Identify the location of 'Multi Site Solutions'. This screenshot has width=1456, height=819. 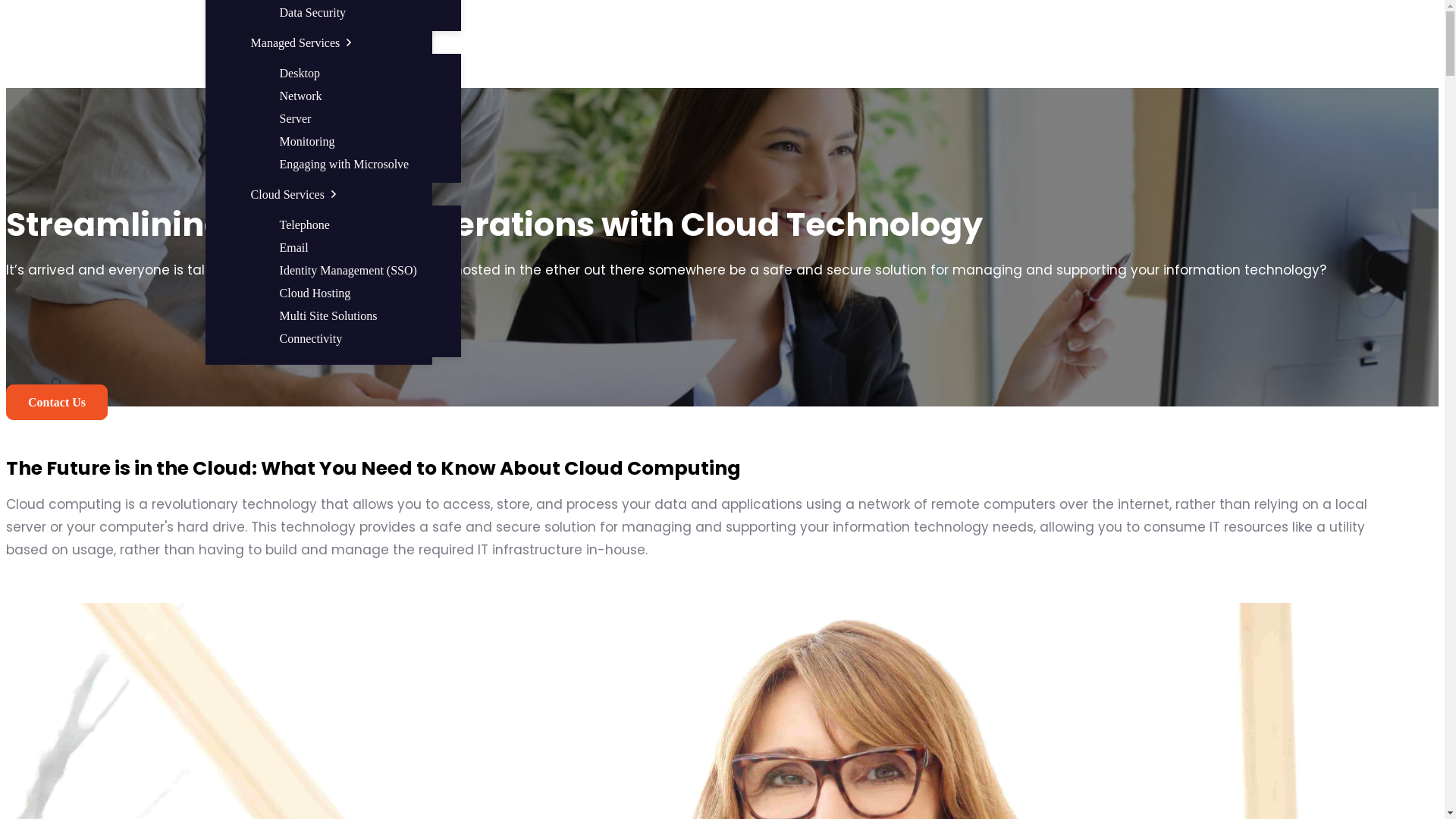
(328, 315).